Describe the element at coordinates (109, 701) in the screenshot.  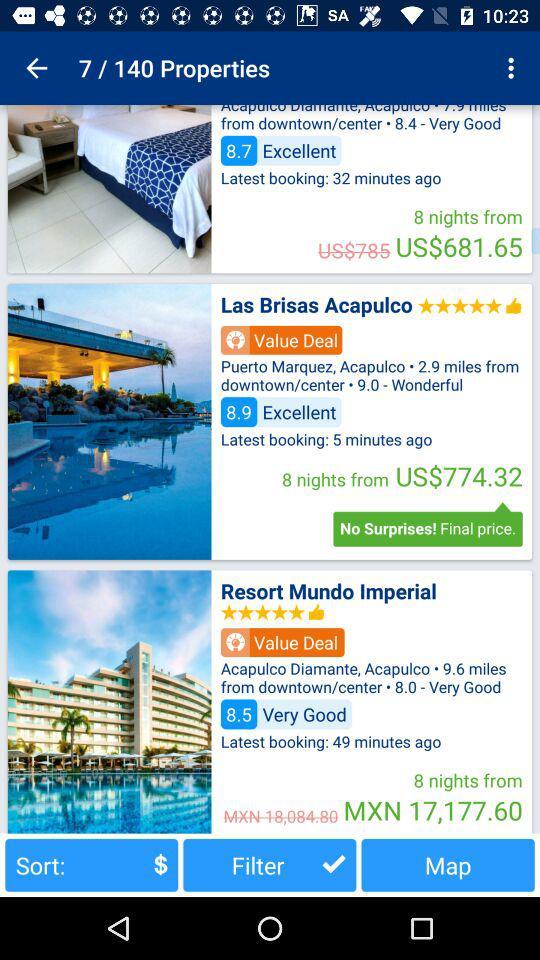
I see `resort photo` at that location.